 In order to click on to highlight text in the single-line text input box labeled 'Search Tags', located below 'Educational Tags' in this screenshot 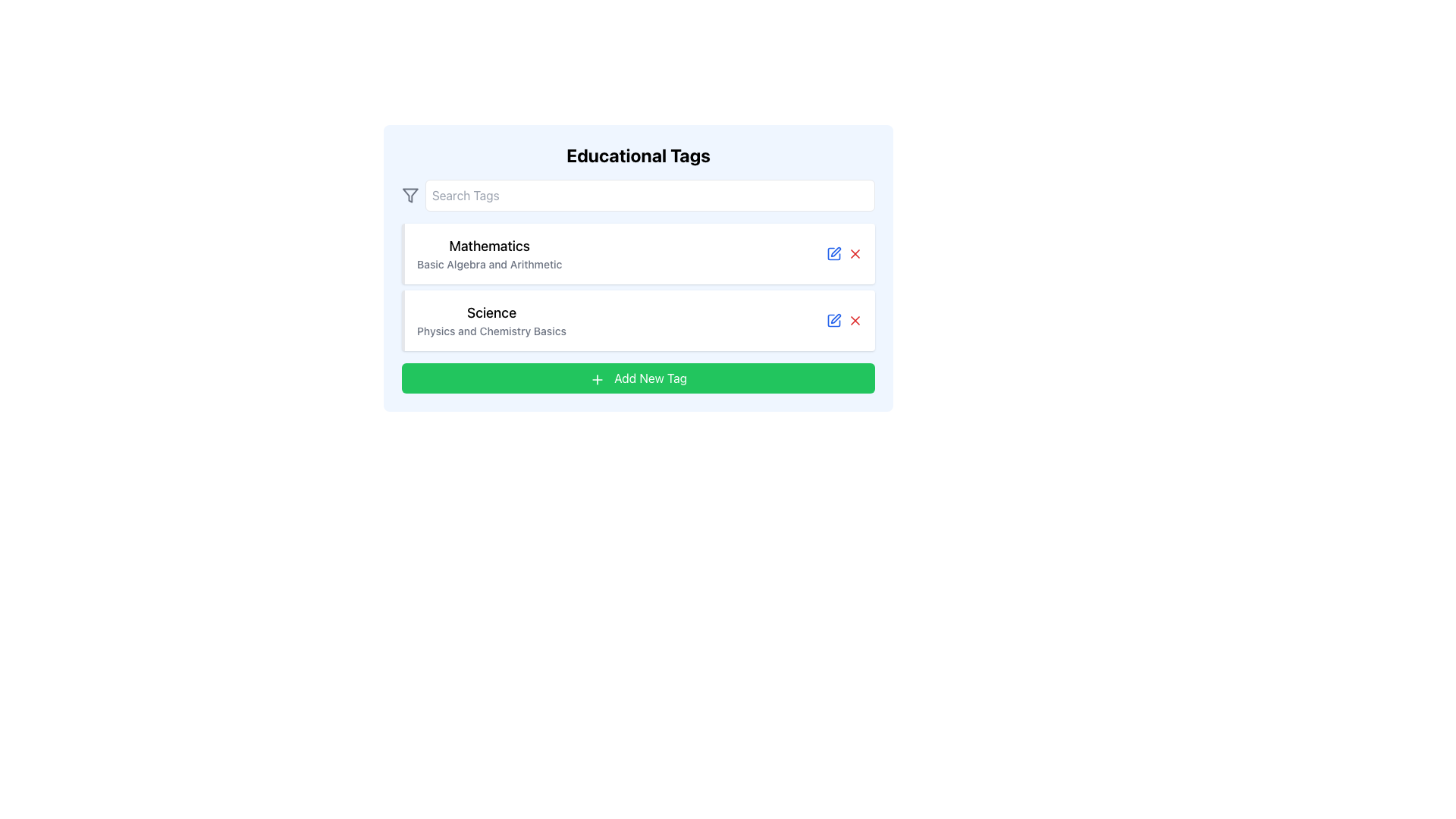, I will do `click(650, 195)`.